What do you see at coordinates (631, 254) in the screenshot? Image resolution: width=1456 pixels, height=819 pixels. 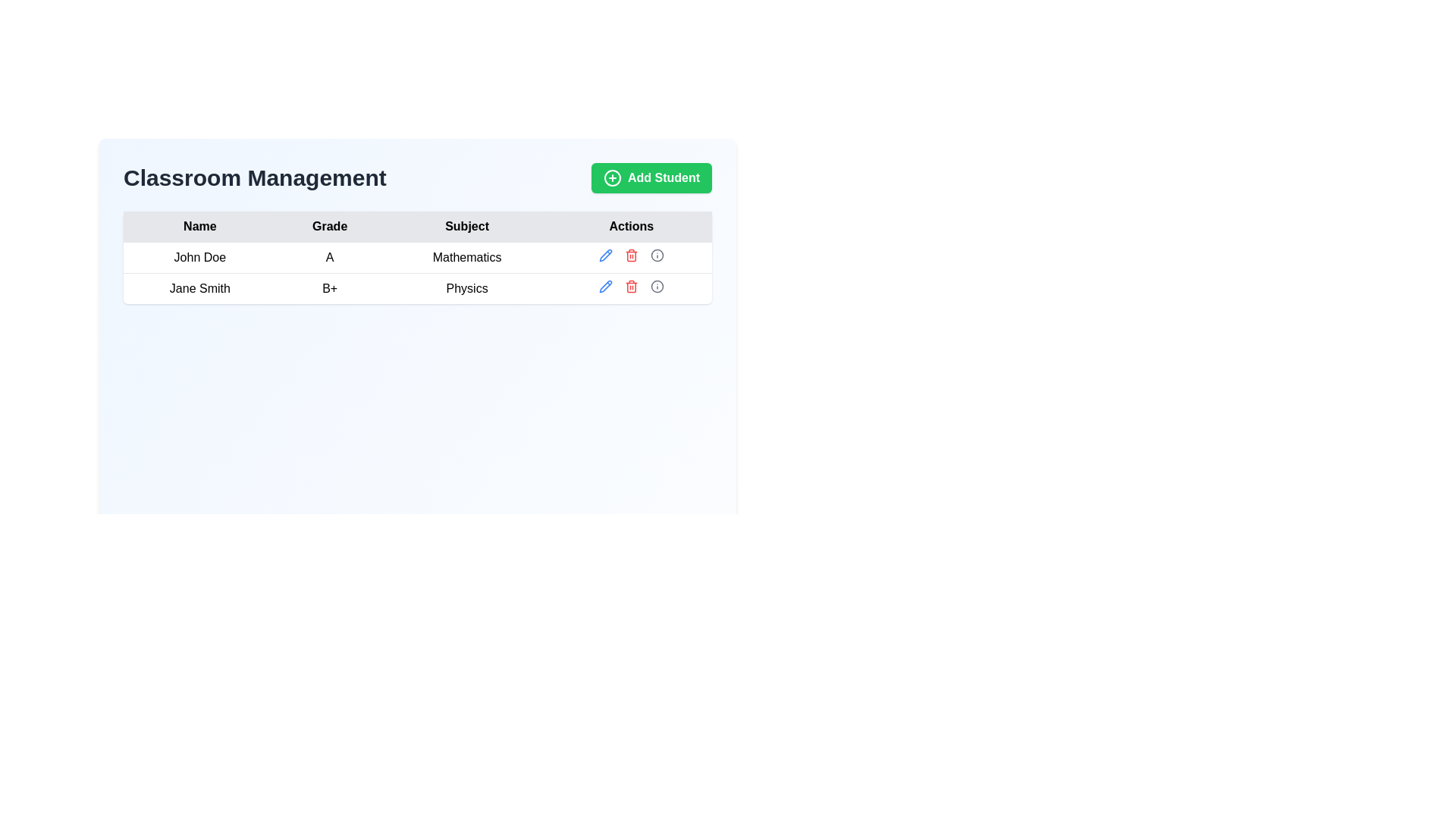 I see `the 'Delete' icon in the Row action controls for the row containing student 'John Doe' in the fourth column of the table` at bounding box center [631, 254].